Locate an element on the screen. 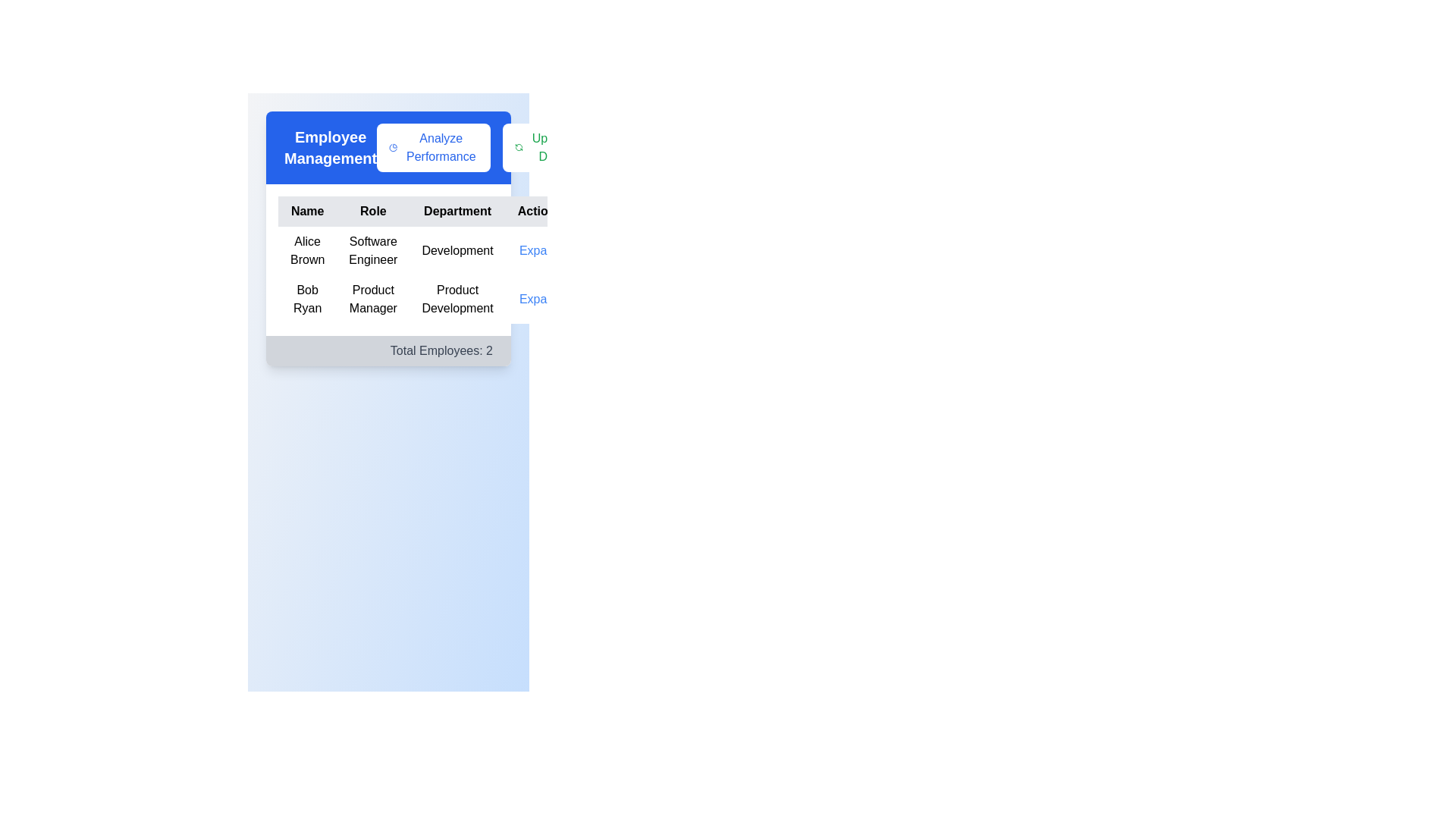 This screenshot has height=819, width=1456. the button labeled 'Analyze Performance' located in the top-right section of the blue header bar for accessibility interactions is located at coordinates (480, 148).